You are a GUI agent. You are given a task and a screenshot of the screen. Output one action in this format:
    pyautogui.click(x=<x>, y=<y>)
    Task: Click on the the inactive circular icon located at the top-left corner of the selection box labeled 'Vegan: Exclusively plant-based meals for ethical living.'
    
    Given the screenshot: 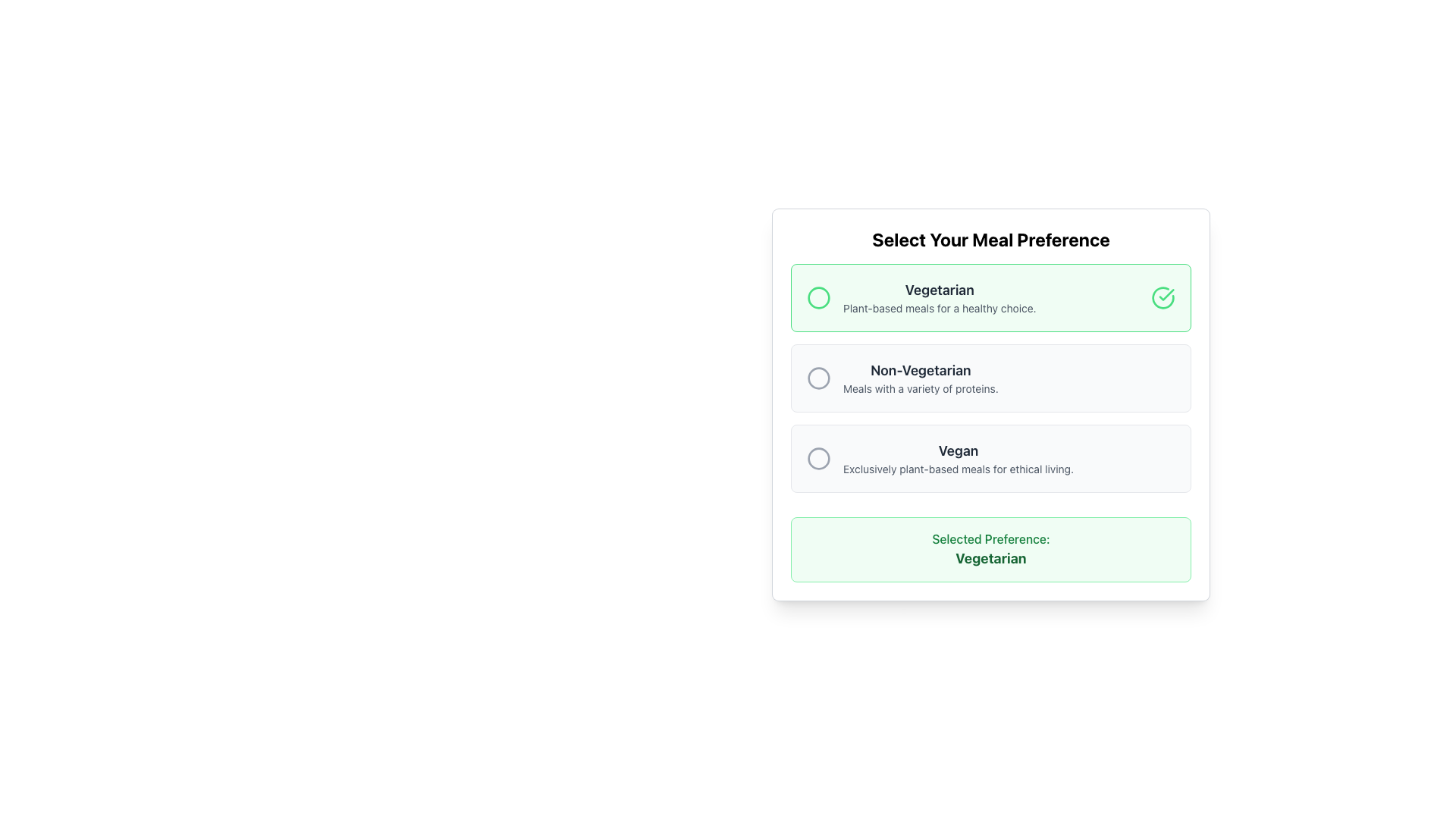 What is the action you would take?
    pyautogui.click(x=818, y=458)
    